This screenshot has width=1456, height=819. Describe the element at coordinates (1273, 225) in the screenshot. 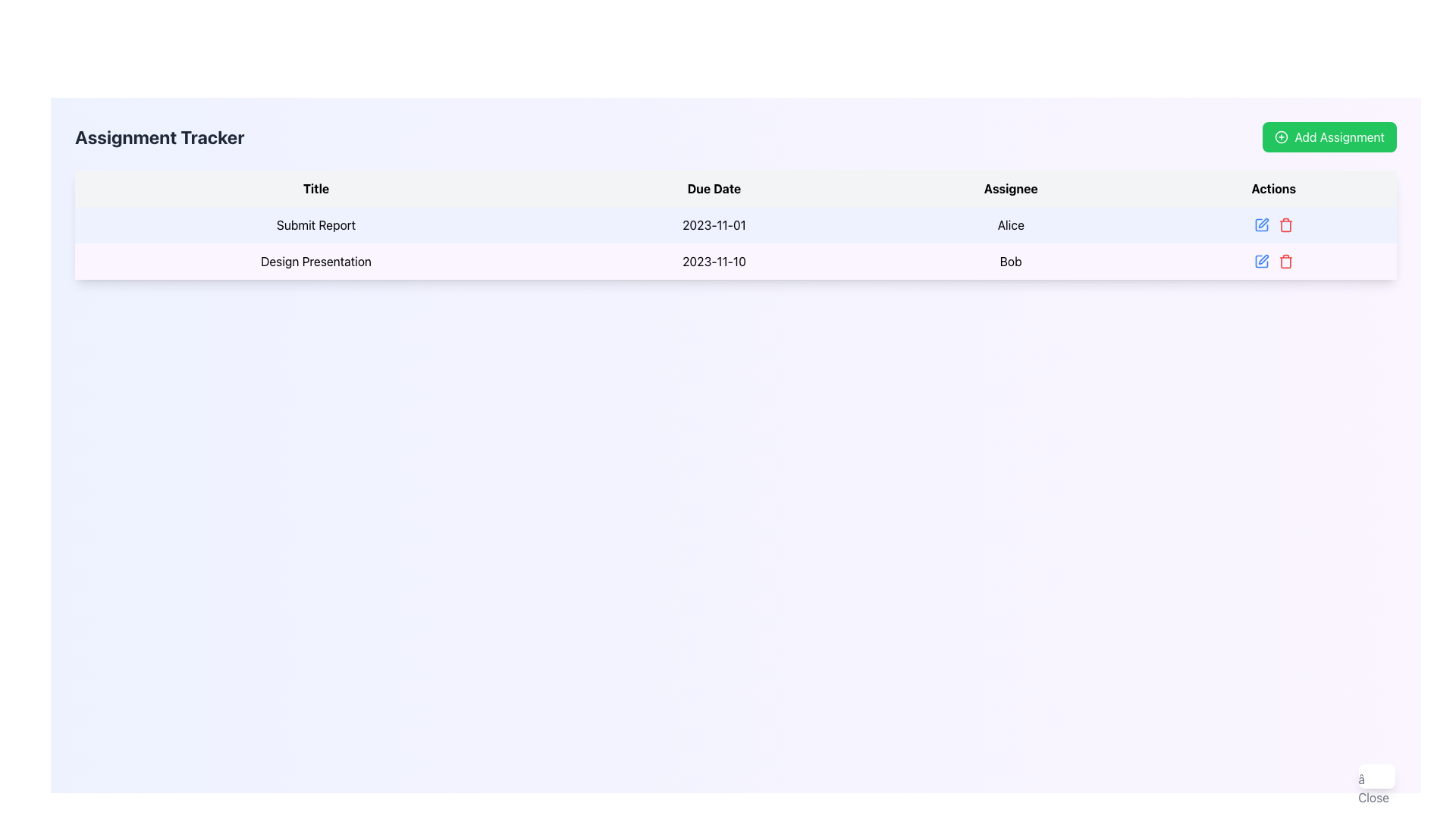

I see `the Small Icon Button in the 'Actions' column of the 'Submit Report' row` at that location.